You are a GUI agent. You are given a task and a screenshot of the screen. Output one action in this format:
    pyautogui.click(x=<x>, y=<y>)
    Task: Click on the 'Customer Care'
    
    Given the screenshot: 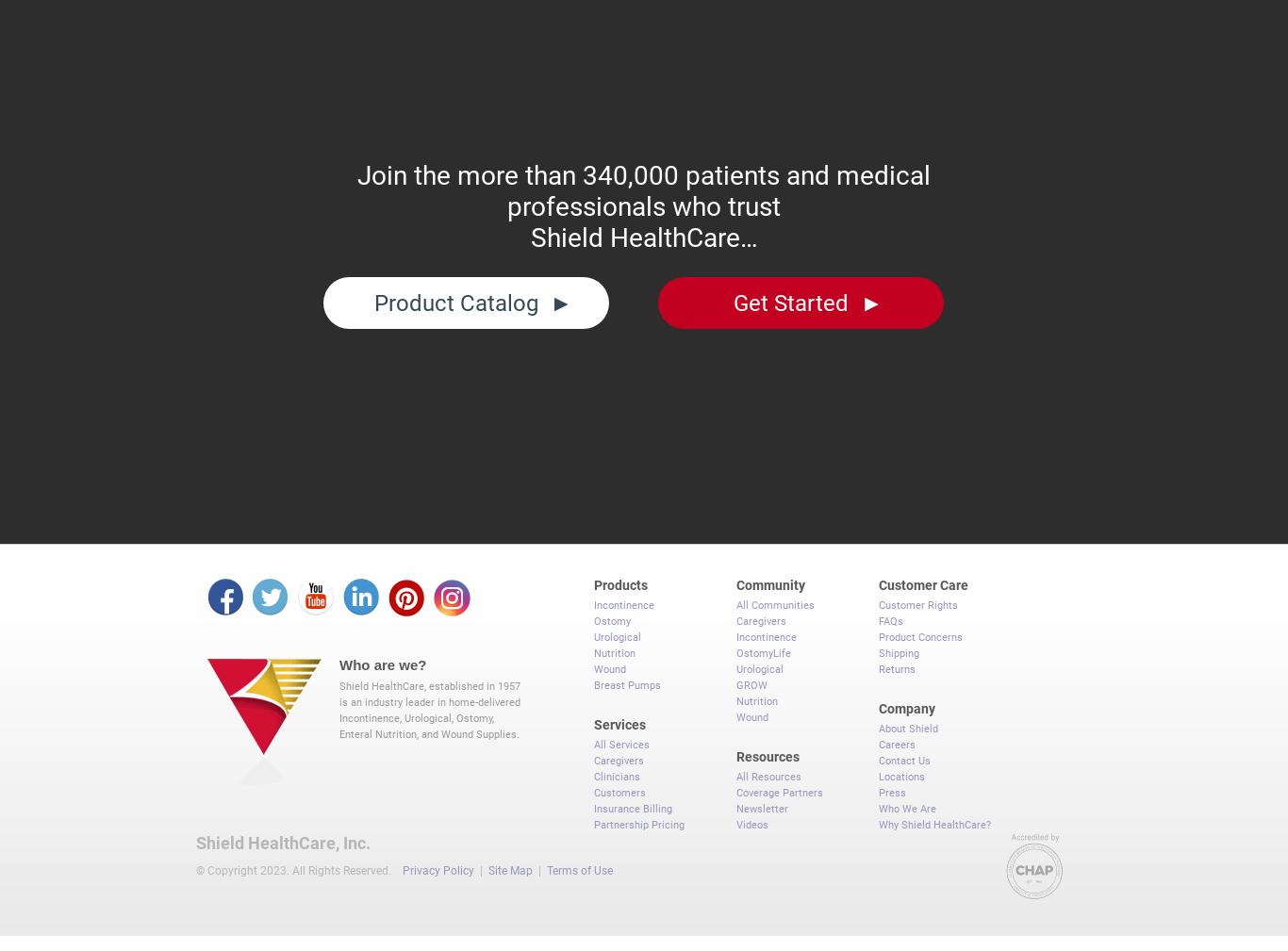 What is the action you would take?
    pyautogui.click(x=923, y=576)
    